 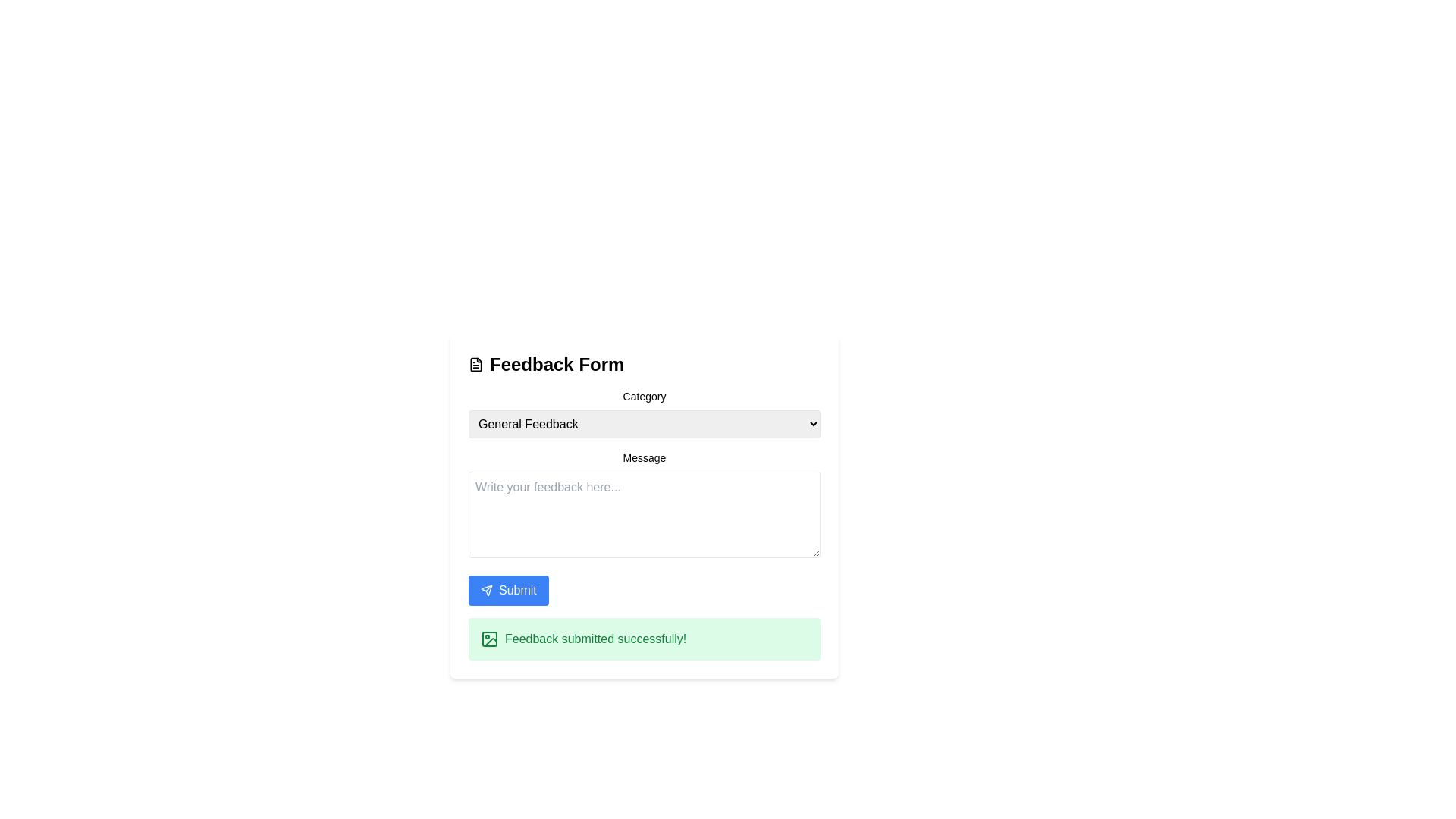 What do you see at coordinates (644, 396) in the screenshot?
I see `the Text label that provides context for the 'General Feedback' dropdown menu, located at the top of the feedback form` at bounding box center [644, 396].